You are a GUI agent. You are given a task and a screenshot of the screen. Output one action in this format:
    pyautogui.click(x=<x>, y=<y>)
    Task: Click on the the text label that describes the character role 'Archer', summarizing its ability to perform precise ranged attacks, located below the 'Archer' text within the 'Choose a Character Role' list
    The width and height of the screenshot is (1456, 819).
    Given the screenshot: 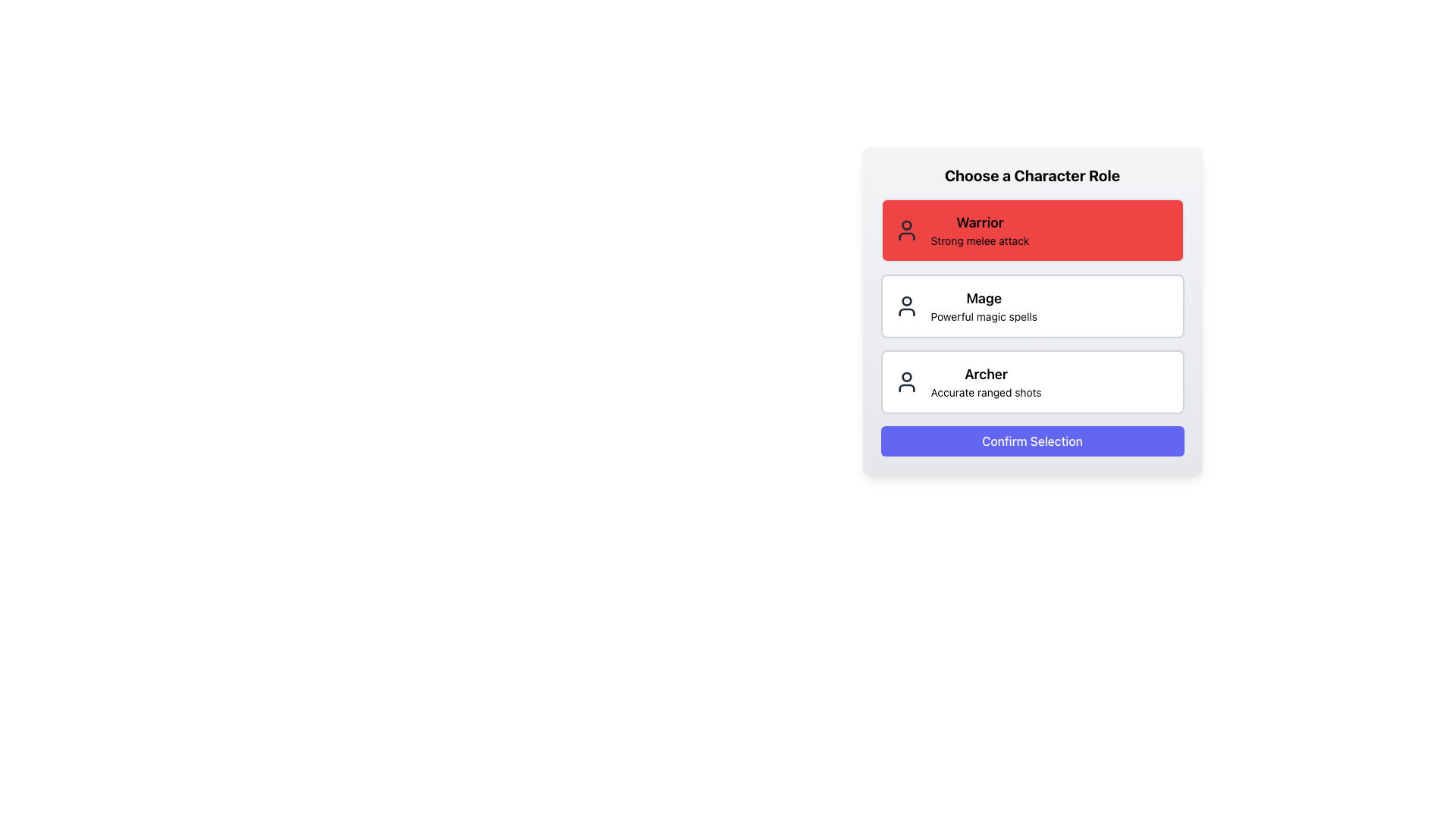 What is the action you would take?
    pyautogui.click(x=986, y=391)
    